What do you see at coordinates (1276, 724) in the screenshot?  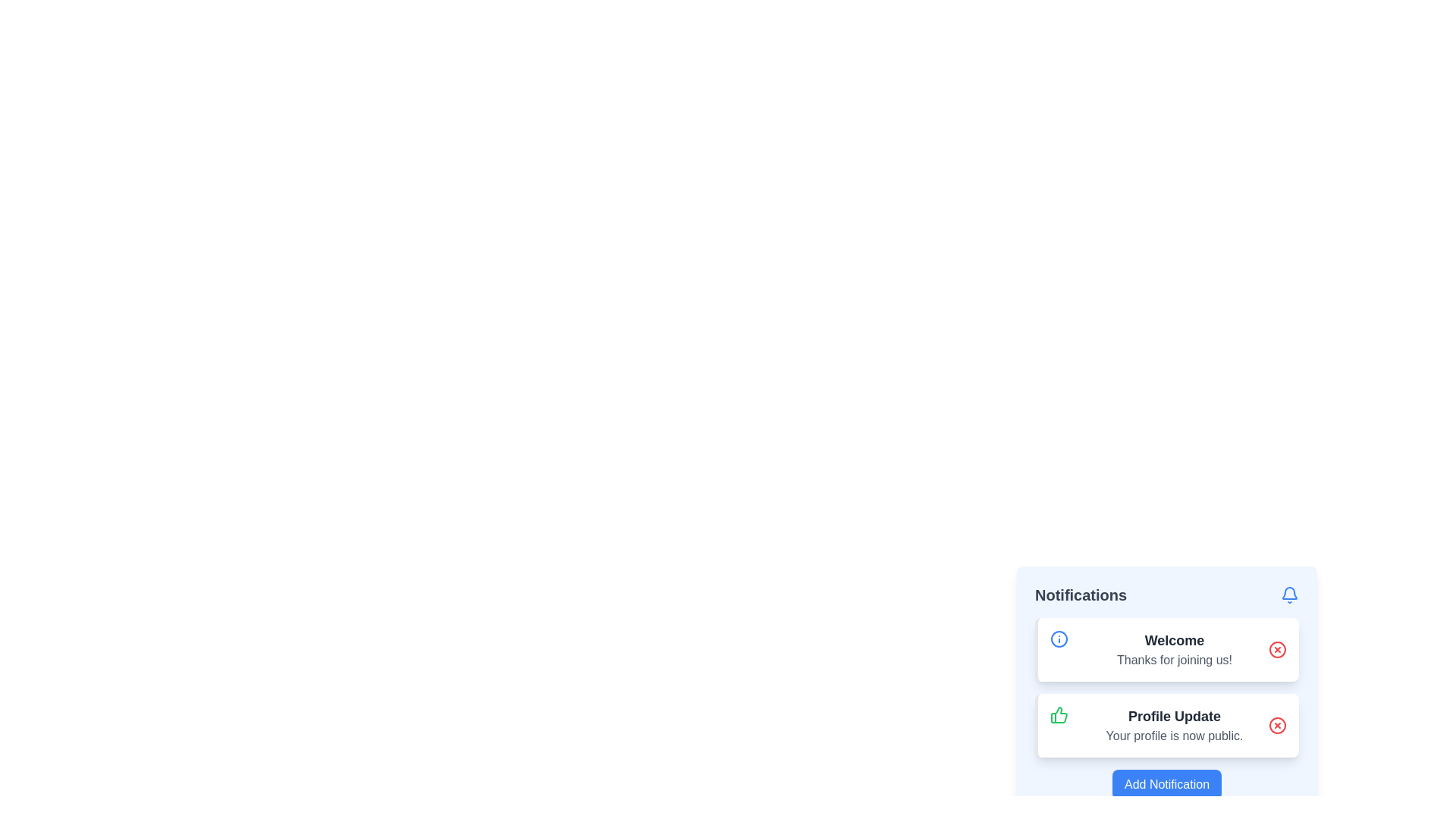 I see `the red circular dismiss button with an 'X' symbol located at the top-right corner of the 'Profile Update' notification` at bounding box center [1276, 724].